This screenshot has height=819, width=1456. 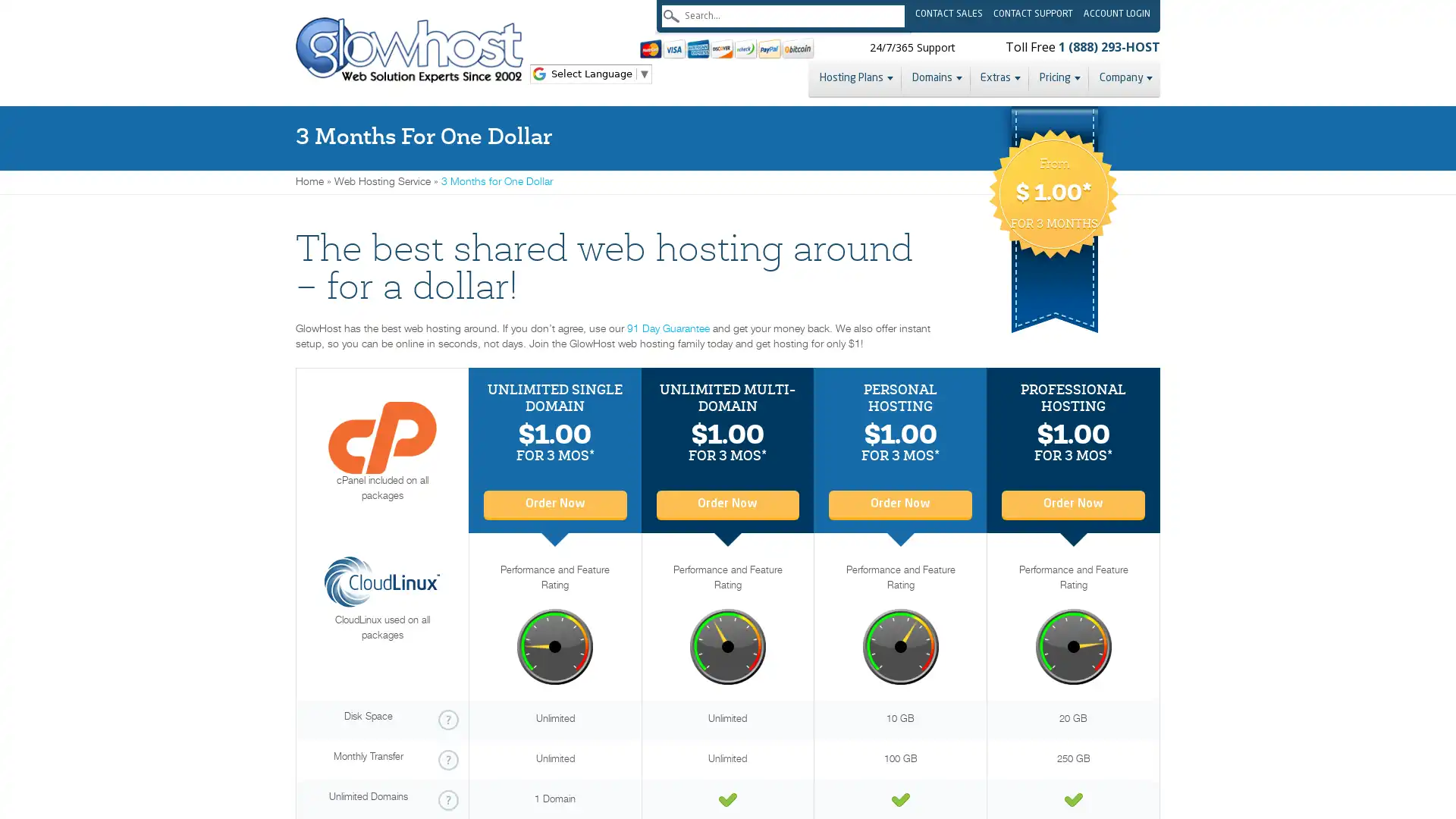 I want to click on Order Now, so click(x=1072, y=503).